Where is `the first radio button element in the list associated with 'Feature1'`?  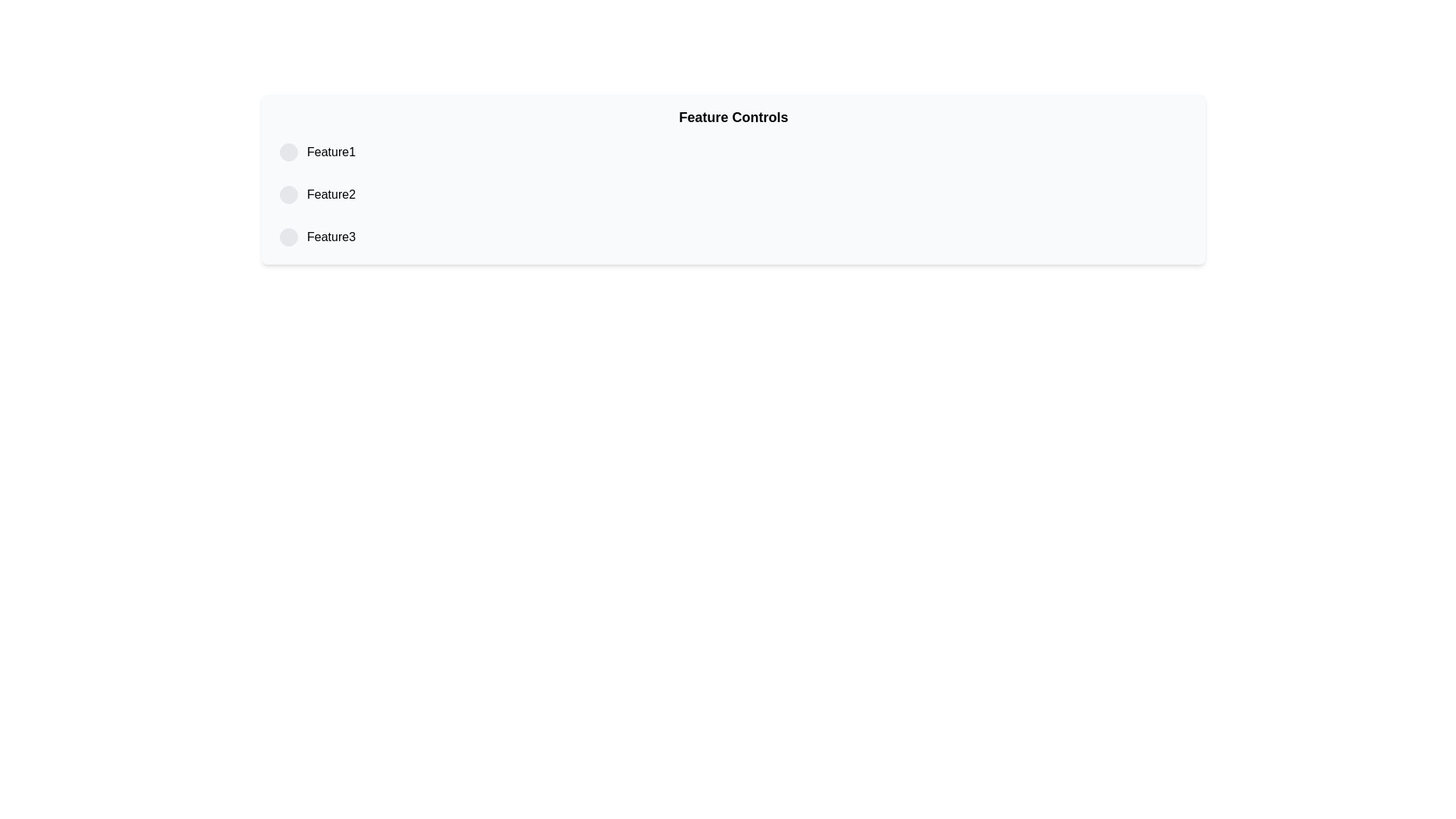 the first radio button element in the list associated with 'Feature1' is located at coordinates (288, 152).